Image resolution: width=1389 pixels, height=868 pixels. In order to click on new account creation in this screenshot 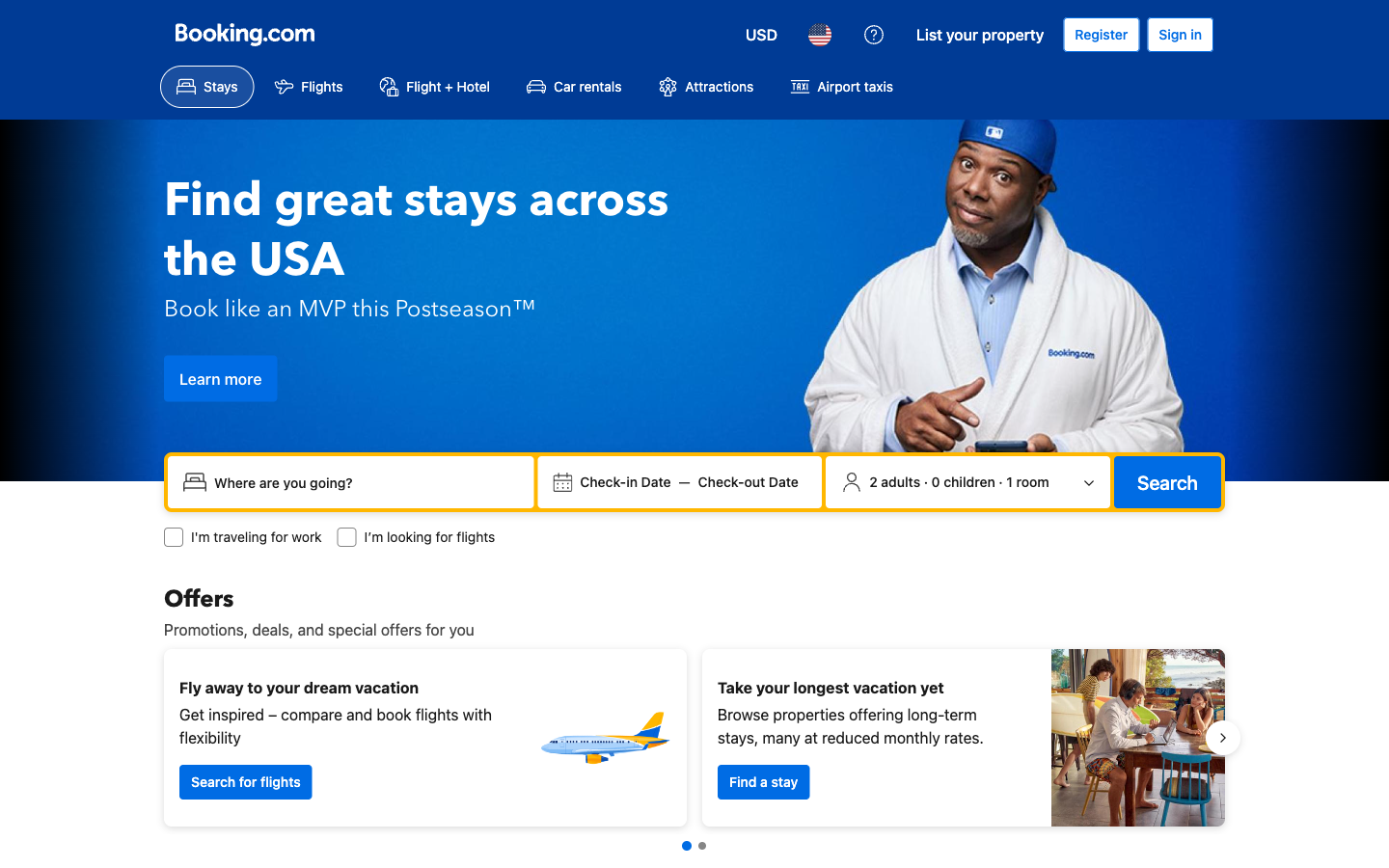, I will do `click(1101, 34)`.